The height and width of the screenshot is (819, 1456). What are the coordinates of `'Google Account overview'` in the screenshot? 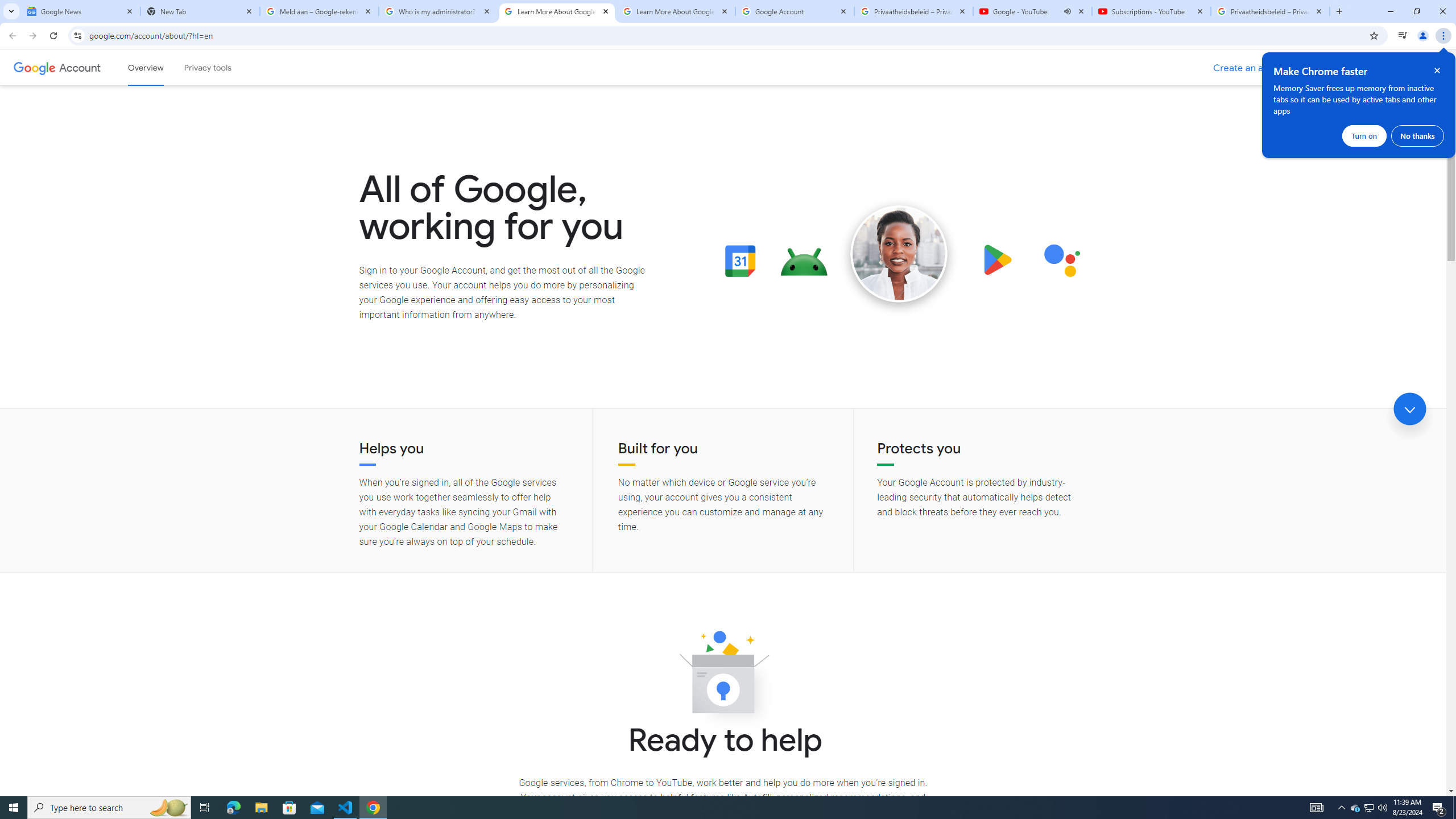 It's located at (146, 67).